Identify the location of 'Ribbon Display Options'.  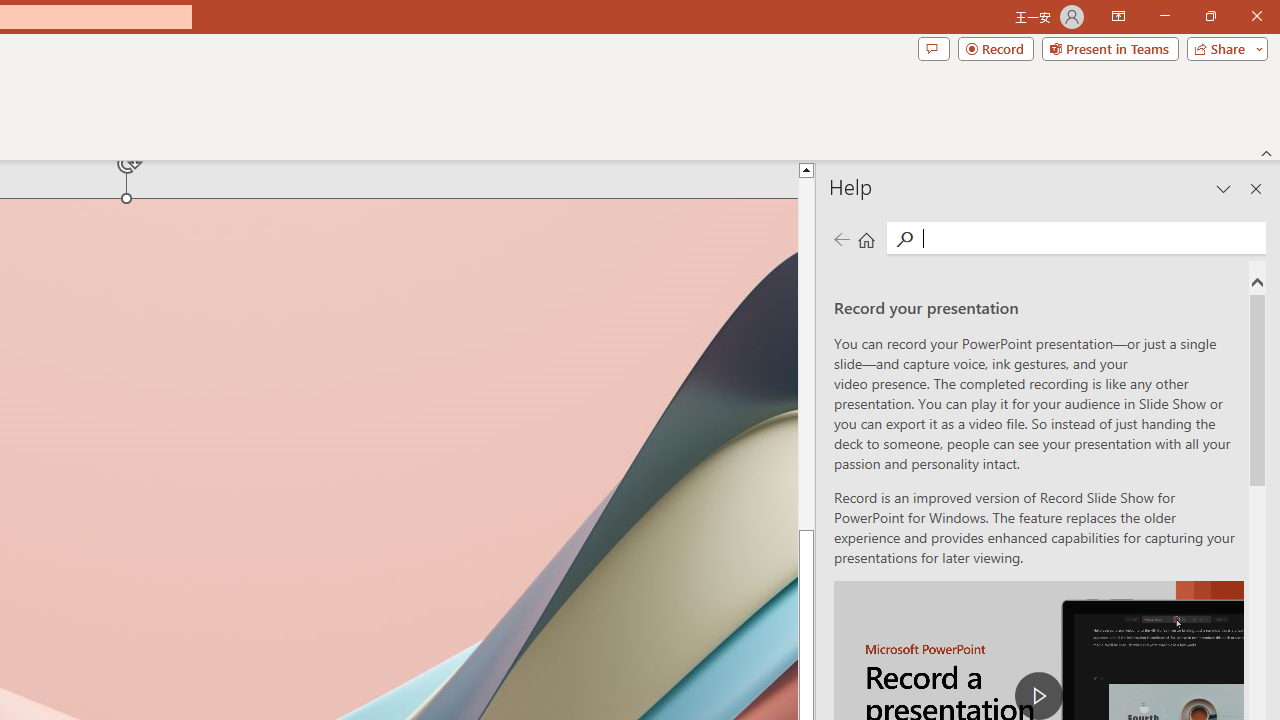
(1117, 16).